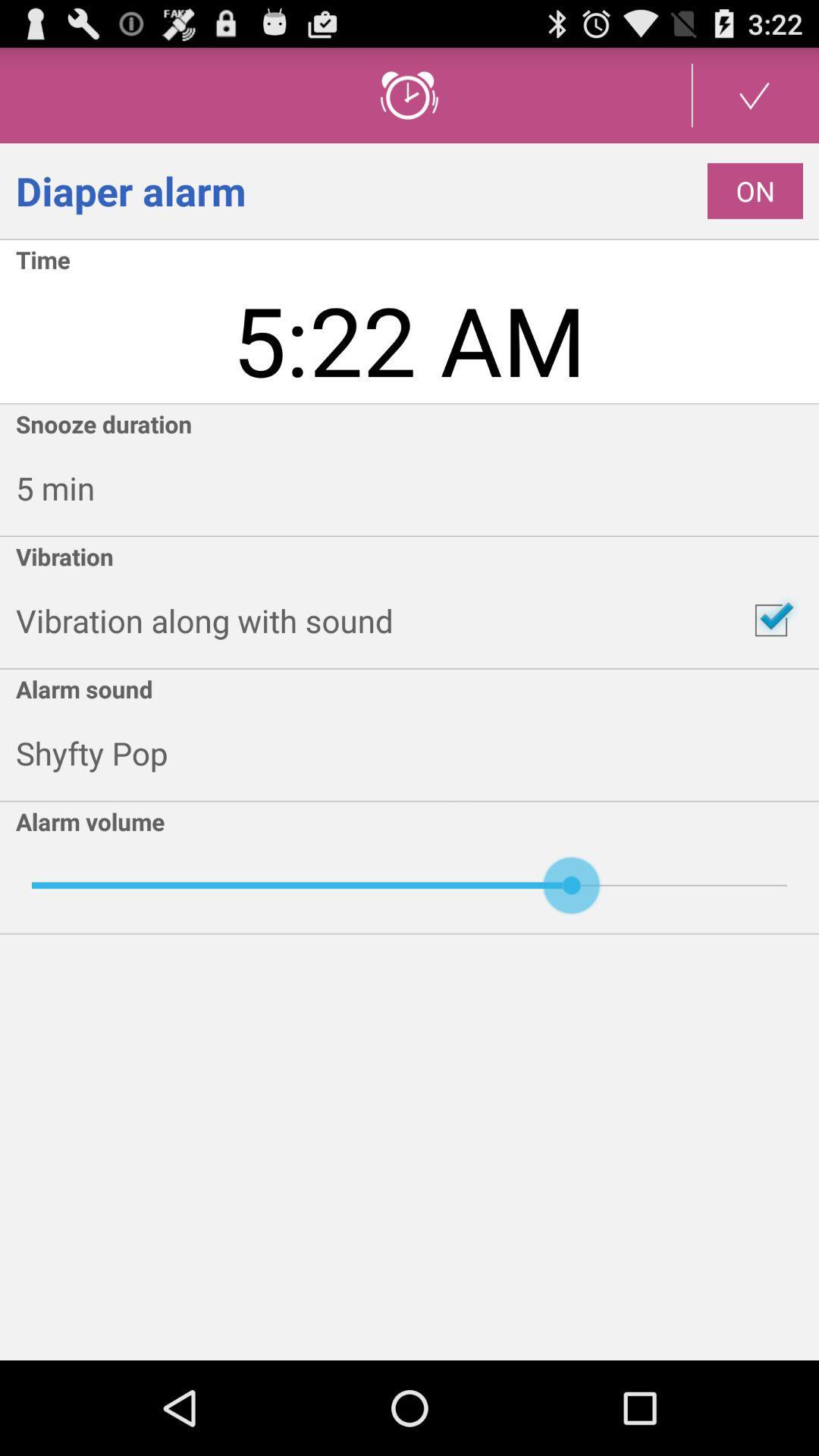 Image resolution: width=819 pixels, height=1456 pixels. What do you see at coordinates (755, 94) in the screenshot?
I see `set up button` at bounding box center [755, 94].